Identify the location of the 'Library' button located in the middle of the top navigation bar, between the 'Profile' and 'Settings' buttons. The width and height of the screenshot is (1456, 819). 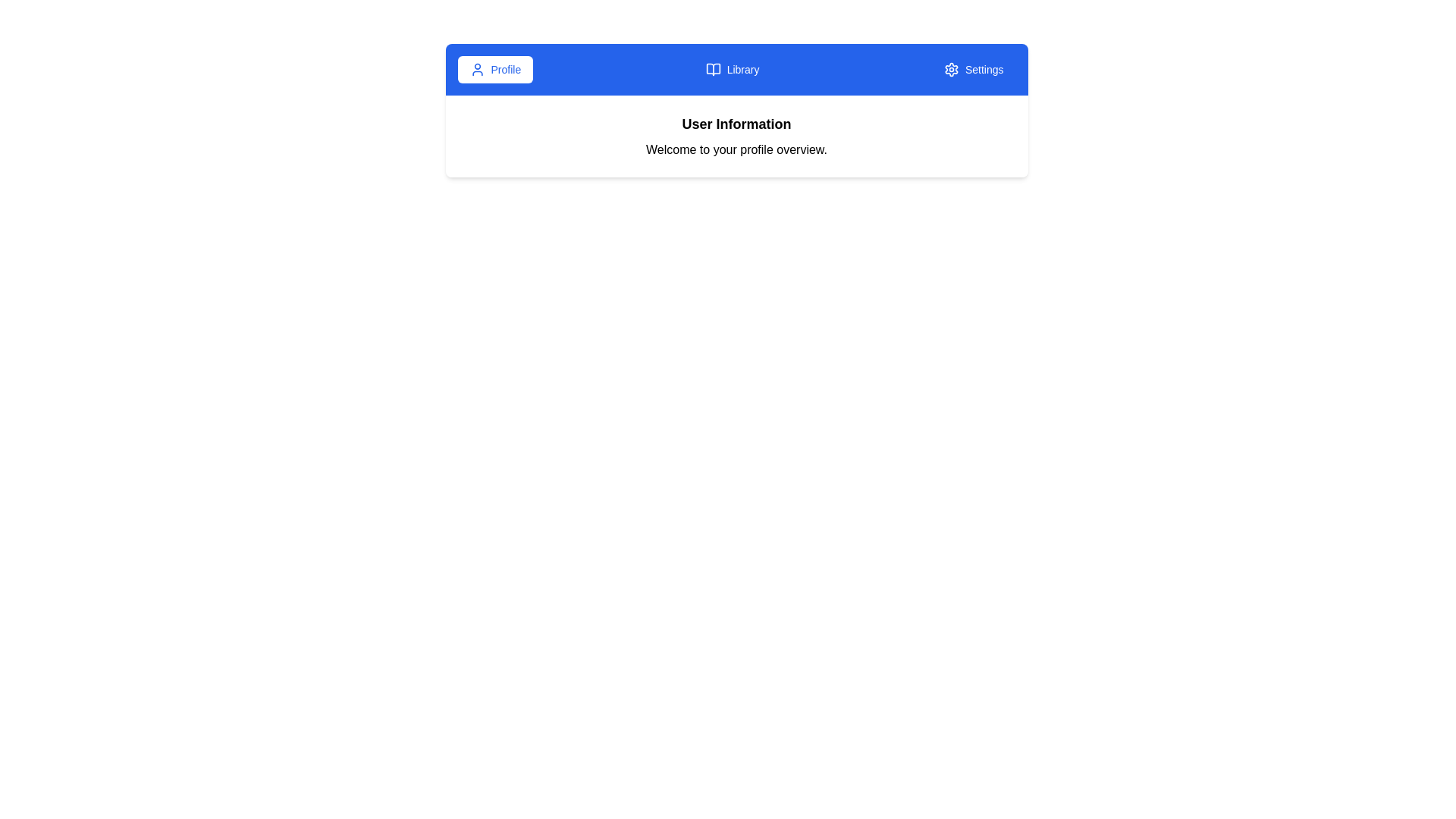
(732, 70).